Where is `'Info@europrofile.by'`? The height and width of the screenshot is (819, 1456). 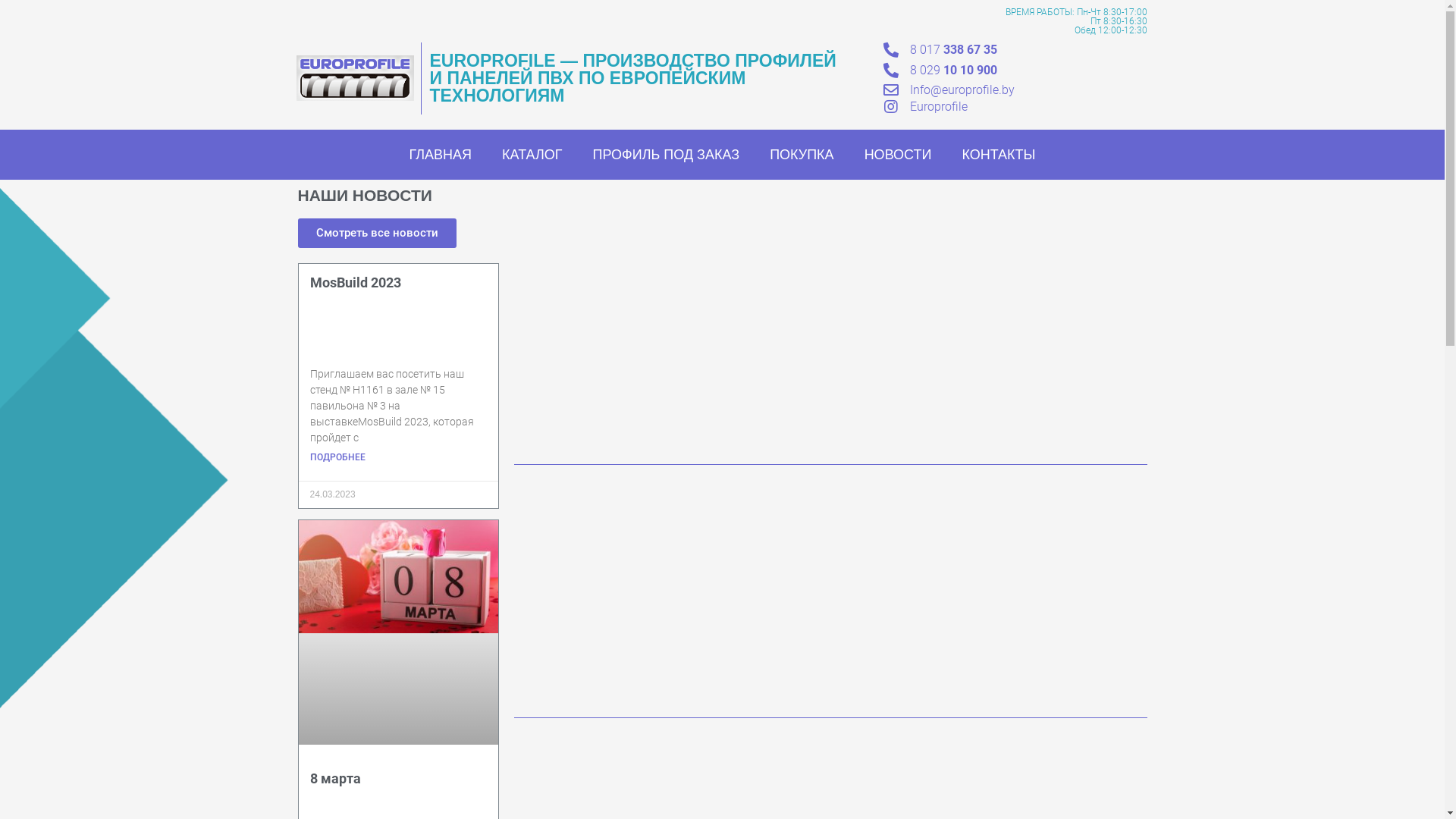 'Info@europrofile.by' is located at coordinates (961, 89).